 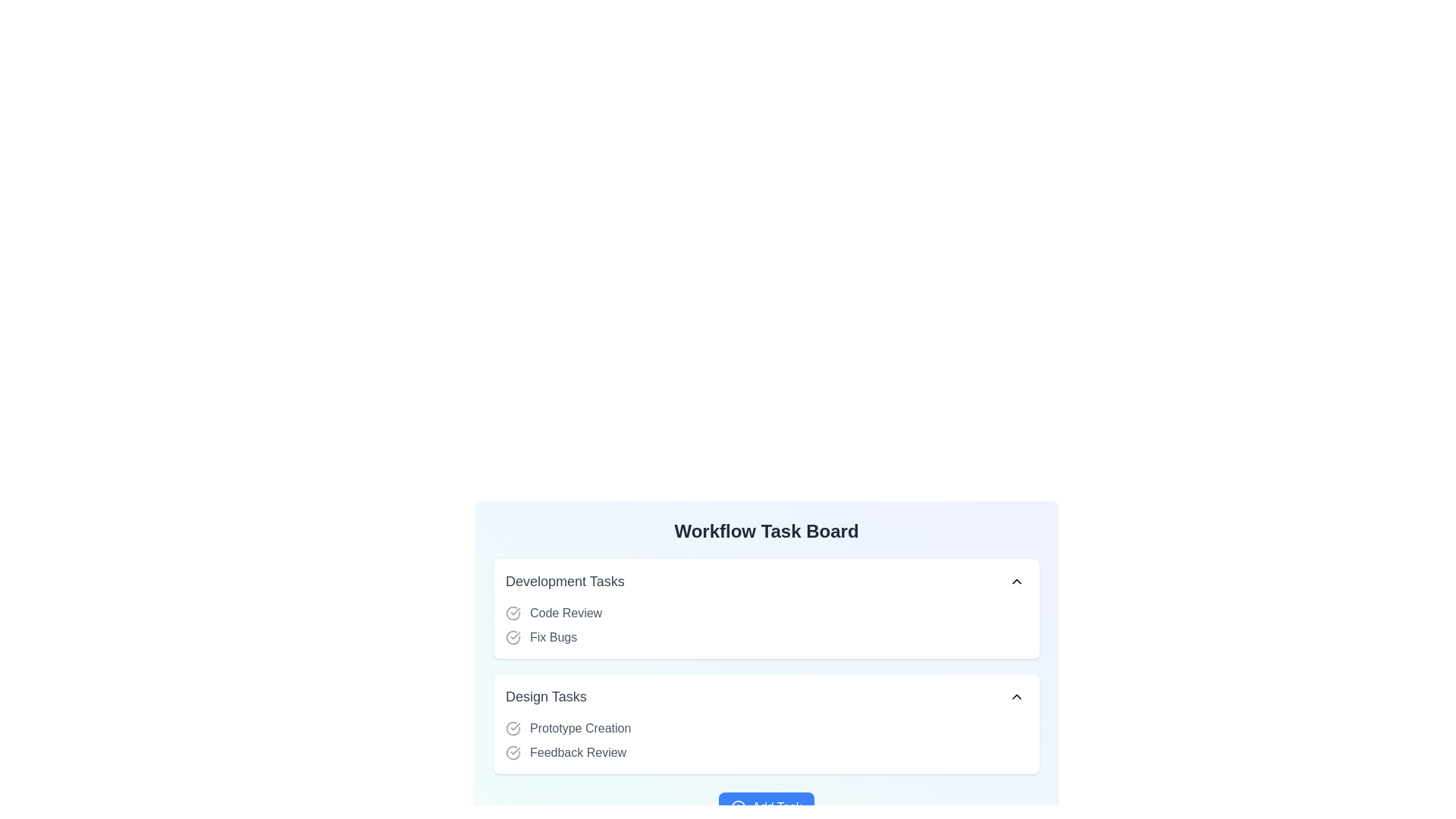 I want to click on the Vector graphic icon representing status in the 'Design Tasks' section of the 'Workflow Task Board' as part of the interface, so click(x=513, y=752).